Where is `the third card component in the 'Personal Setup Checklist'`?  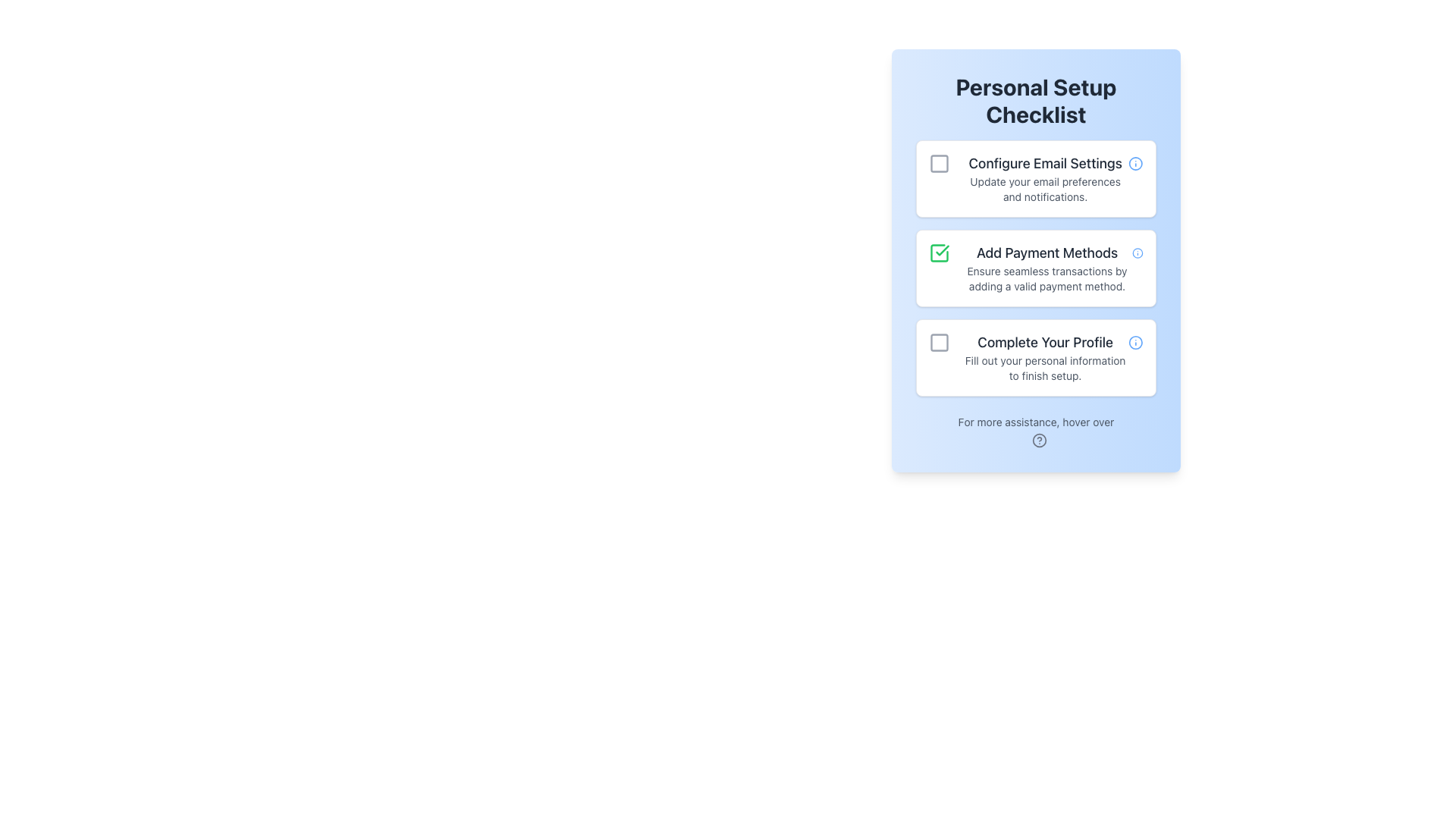 the third card component in the 'Personal Setup Checklist' is located at coordinates (1035, 357).